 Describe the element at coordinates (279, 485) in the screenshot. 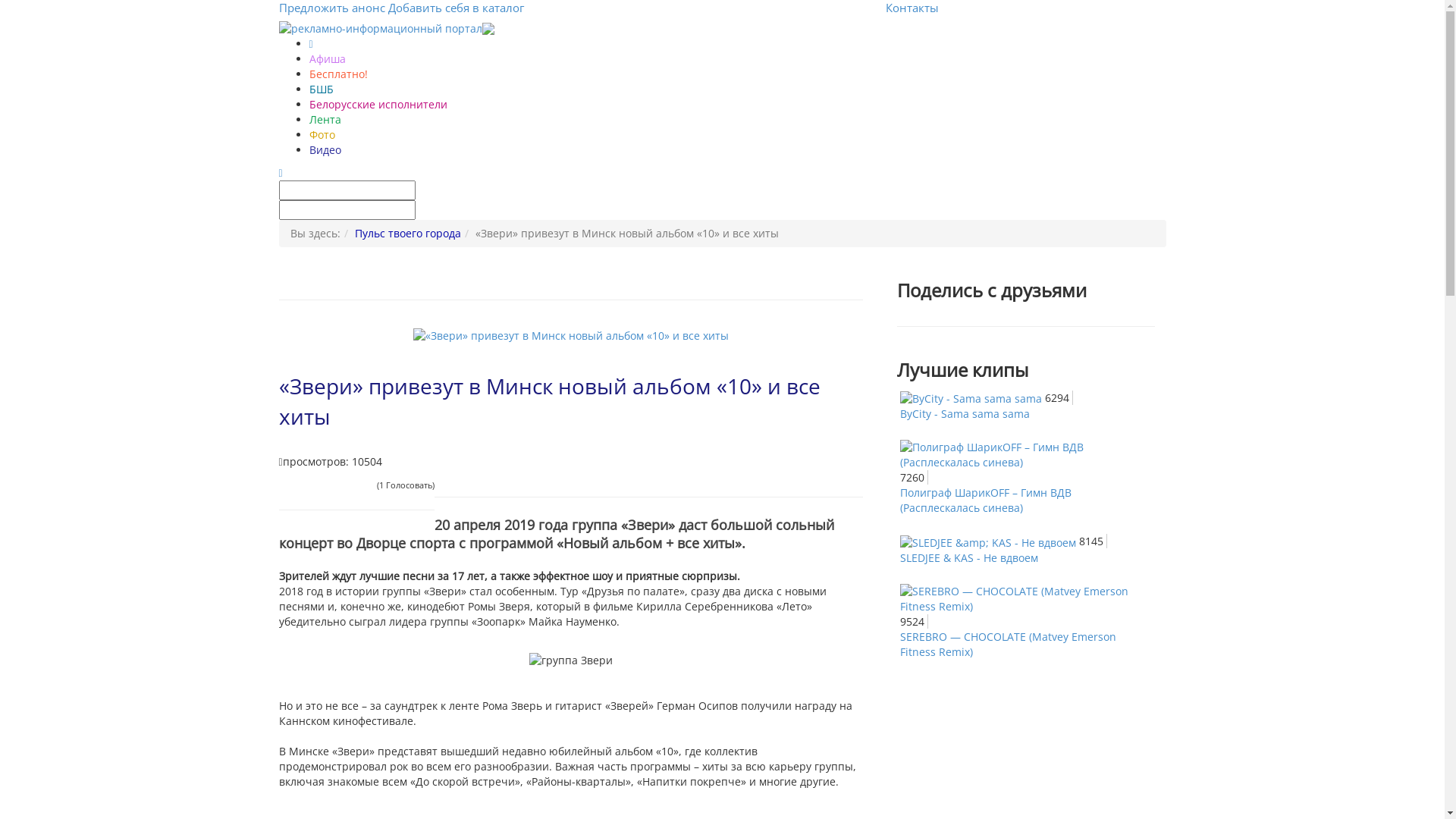

I see `'1'` at that location.